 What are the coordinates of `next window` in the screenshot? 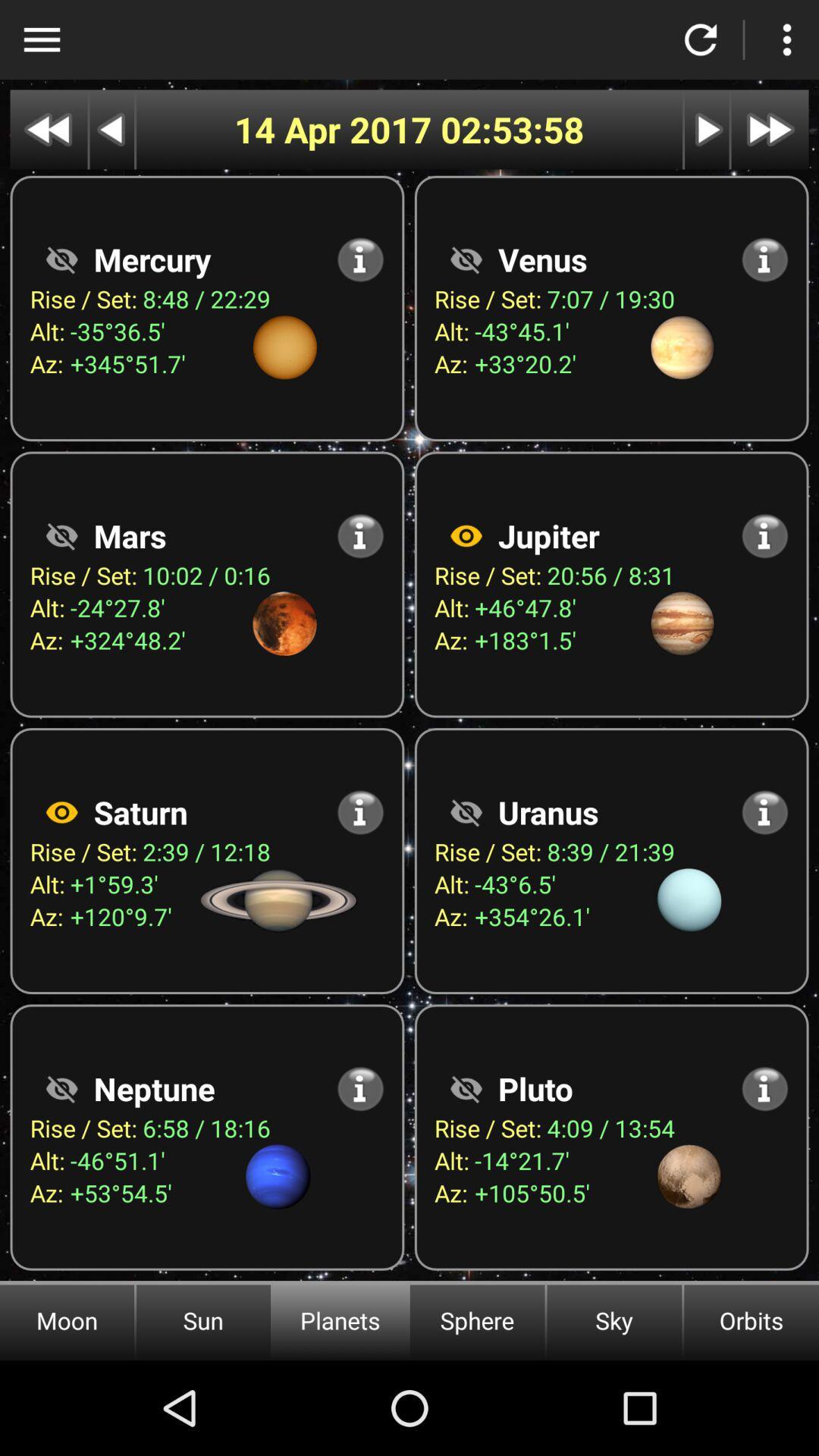 It's located at (707, 130).